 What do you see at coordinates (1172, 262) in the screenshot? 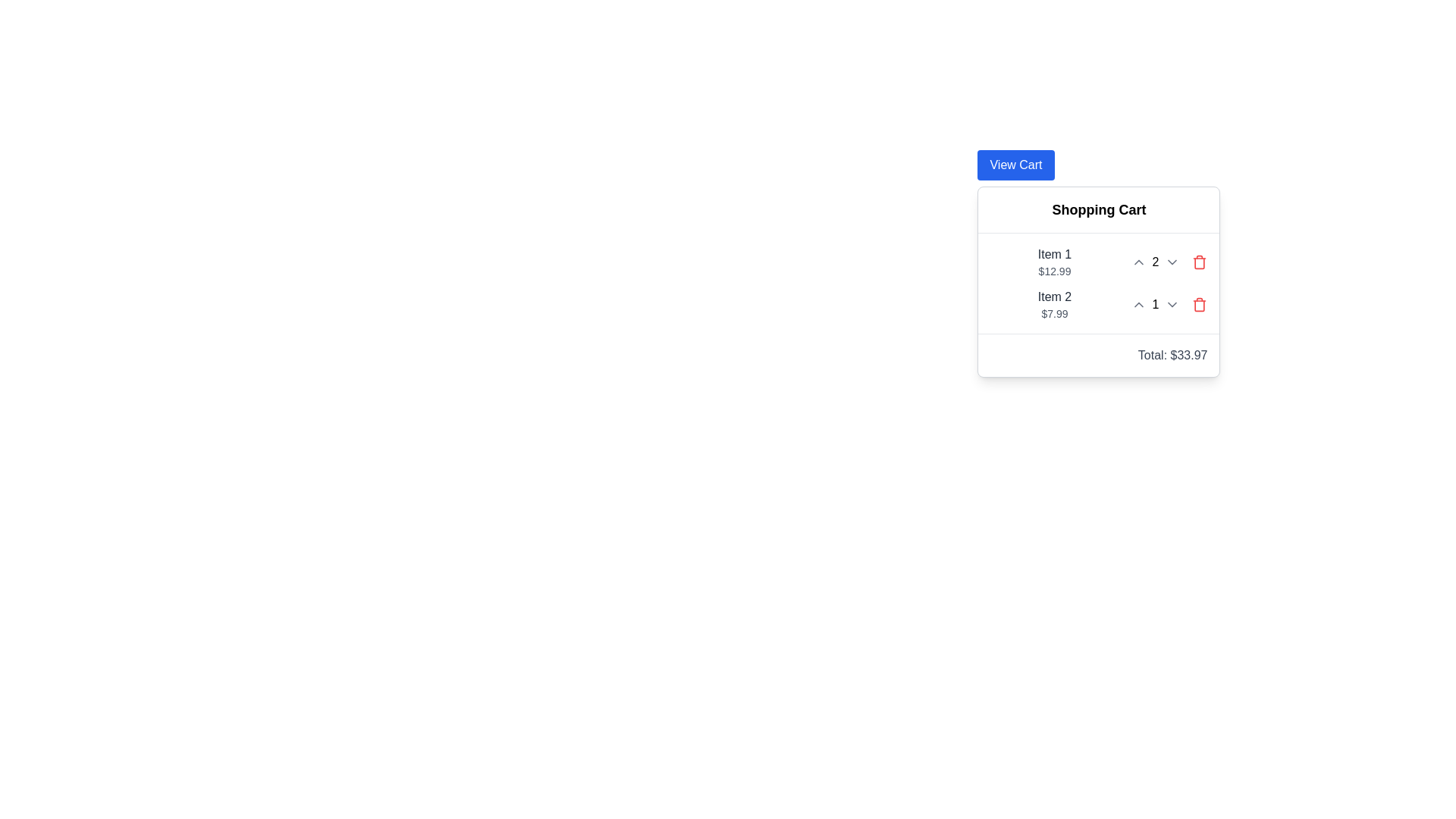
I see `the small downward-facing arrow button styled in gray, located to the right of the number '2' in the shopping cart's quantity selector` at bounding box center [1172, 262].